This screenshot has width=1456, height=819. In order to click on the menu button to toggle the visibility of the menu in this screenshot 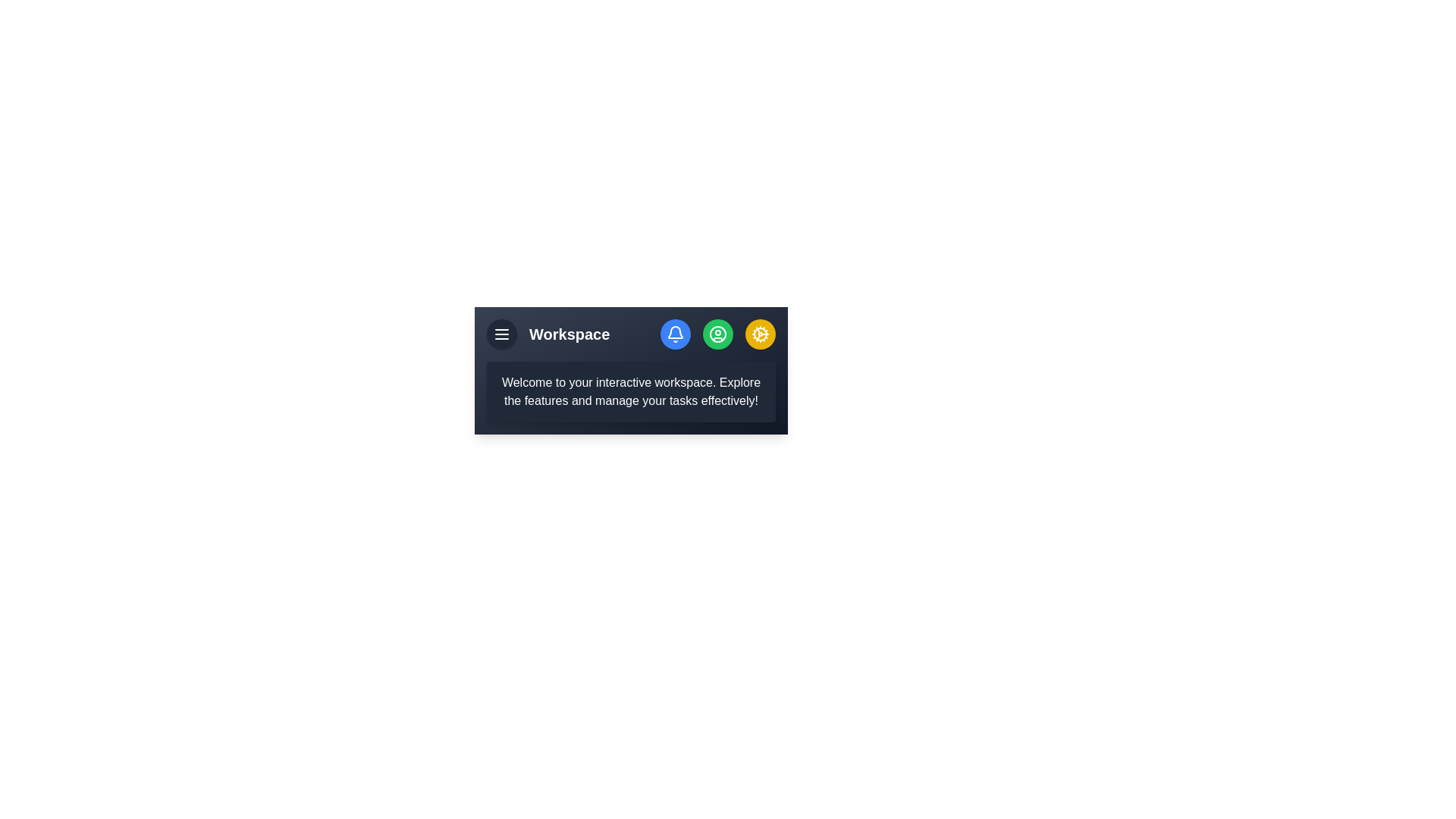, I will do `click(502, 333)`.